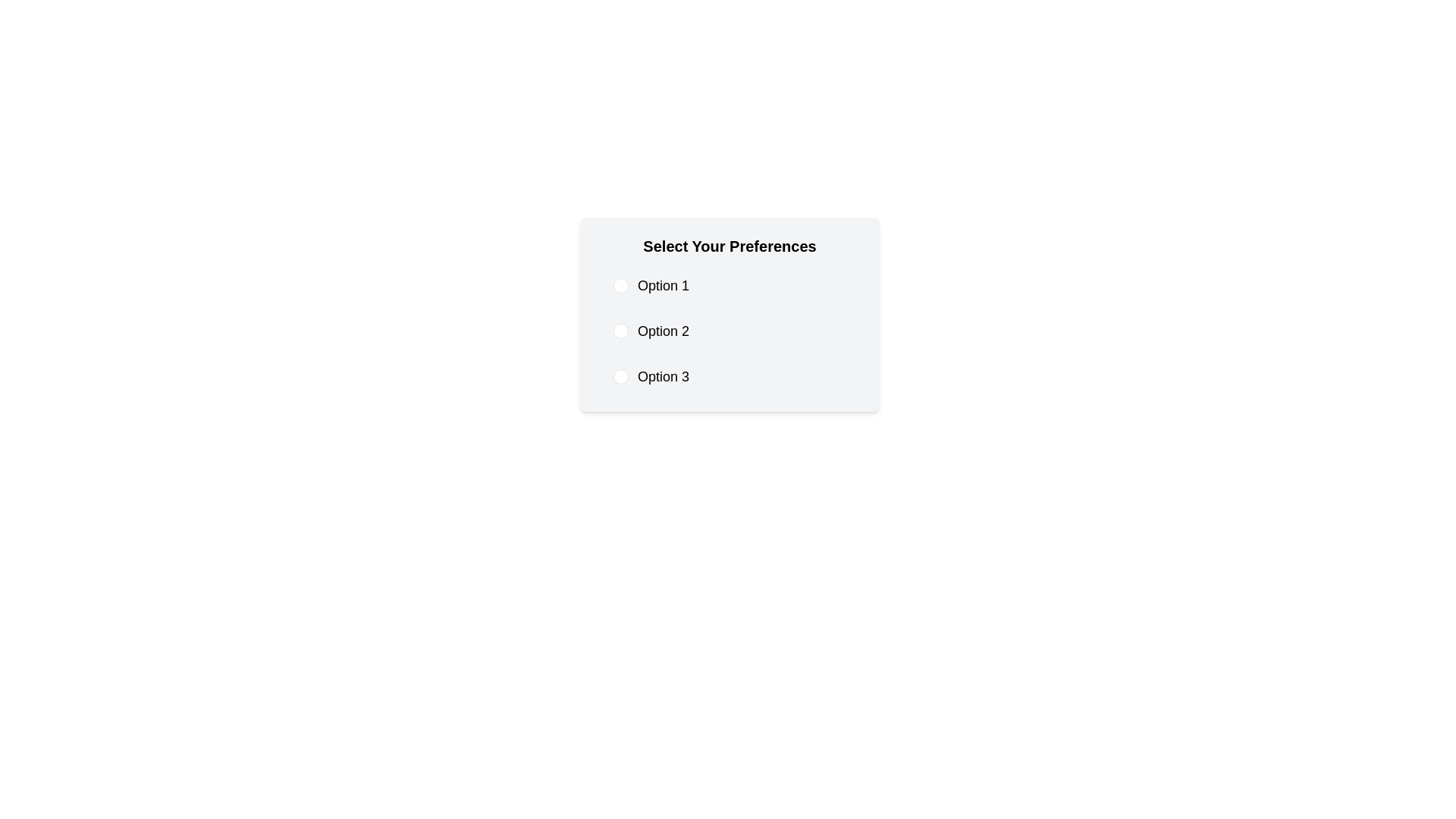  What do you see at coordinates (663, 286) in the screenshot?
I see `text of the first selection option label, which conveys 'Option 1' aligned with its circular checkbox in the 'Select Your Preferences' list` at bounding box center [663, 286].